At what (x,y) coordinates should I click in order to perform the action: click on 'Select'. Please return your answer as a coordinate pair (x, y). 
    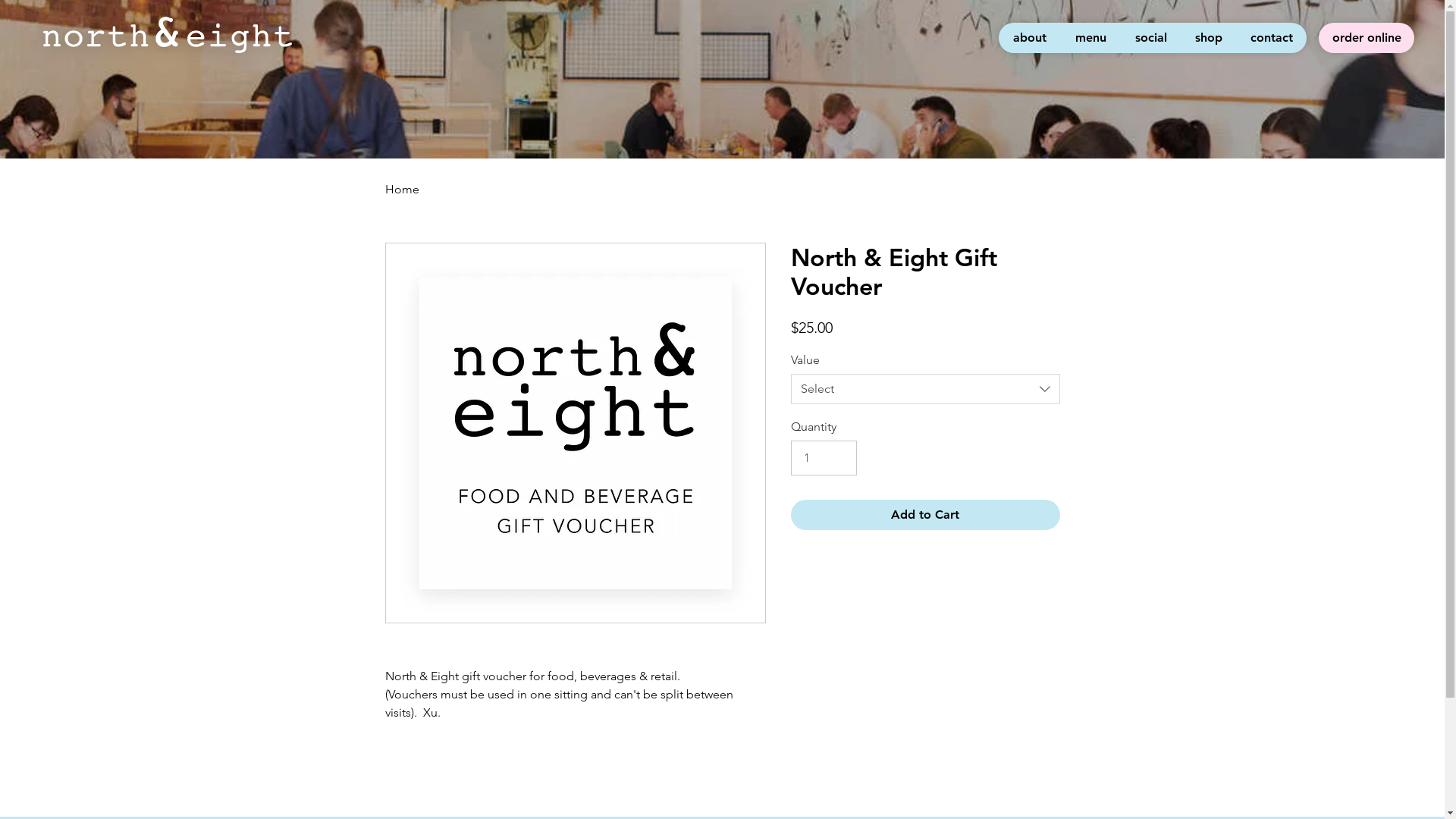
    Looking at the image, I should click on (789, 388).